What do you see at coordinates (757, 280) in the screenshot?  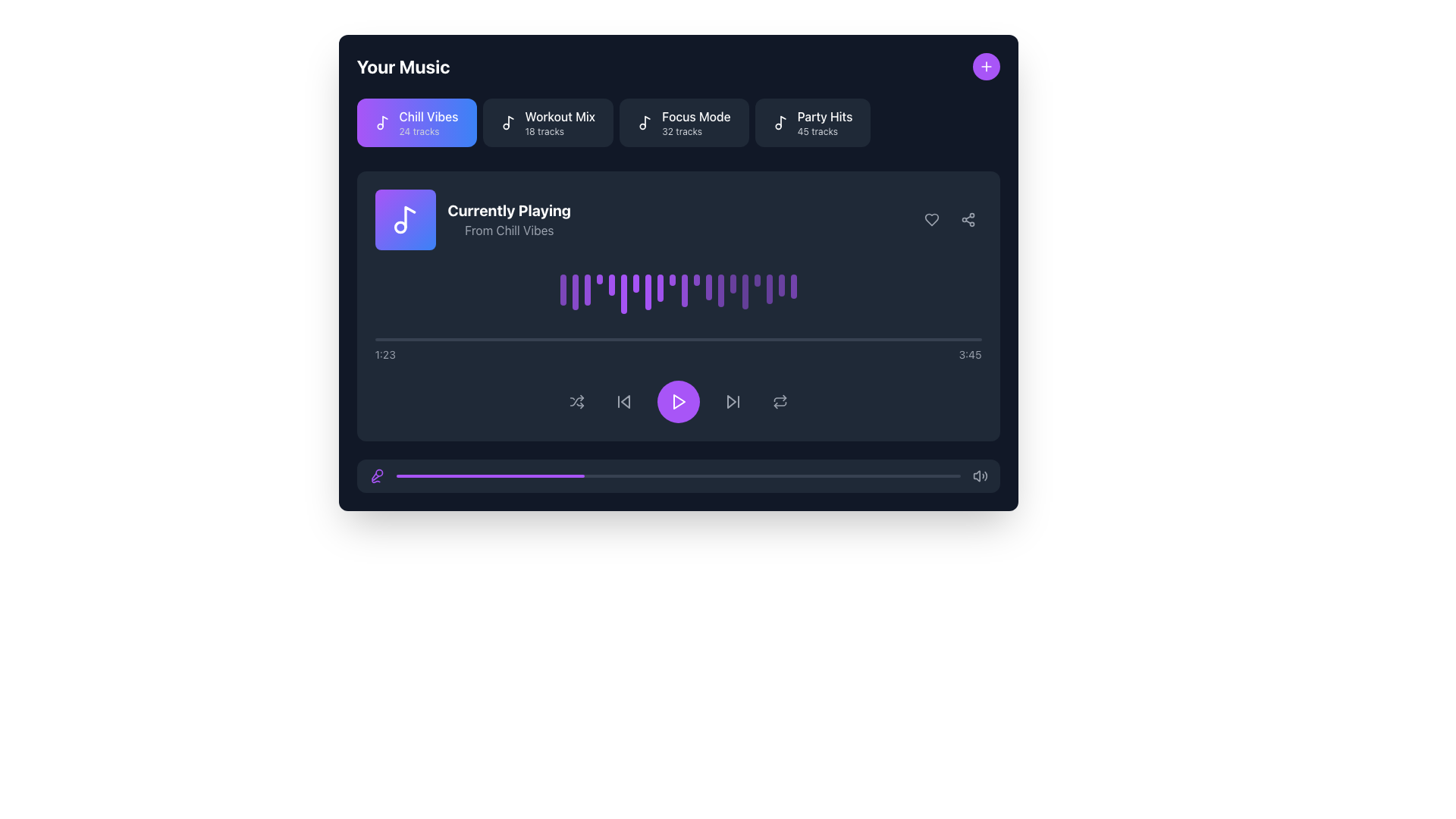 I see `the 17th decorative bar element in the waveform display, located below the 'Currently Playing' title and above the playback controls` at bounding box center [757, 280].